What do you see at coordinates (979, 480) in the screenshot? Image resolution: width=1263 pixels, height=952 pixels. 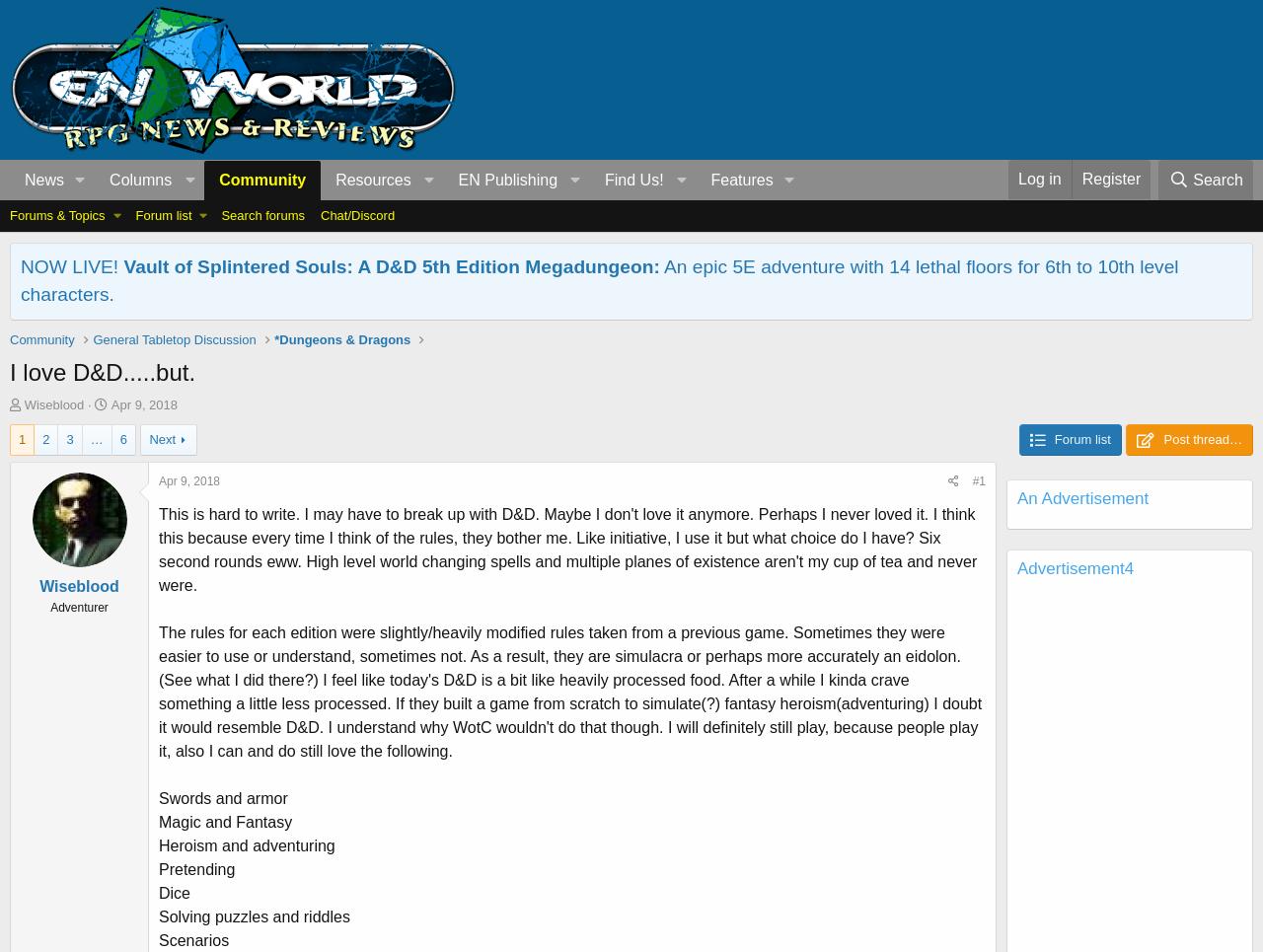 I see `'#1'` at bounding box center [979, 480].